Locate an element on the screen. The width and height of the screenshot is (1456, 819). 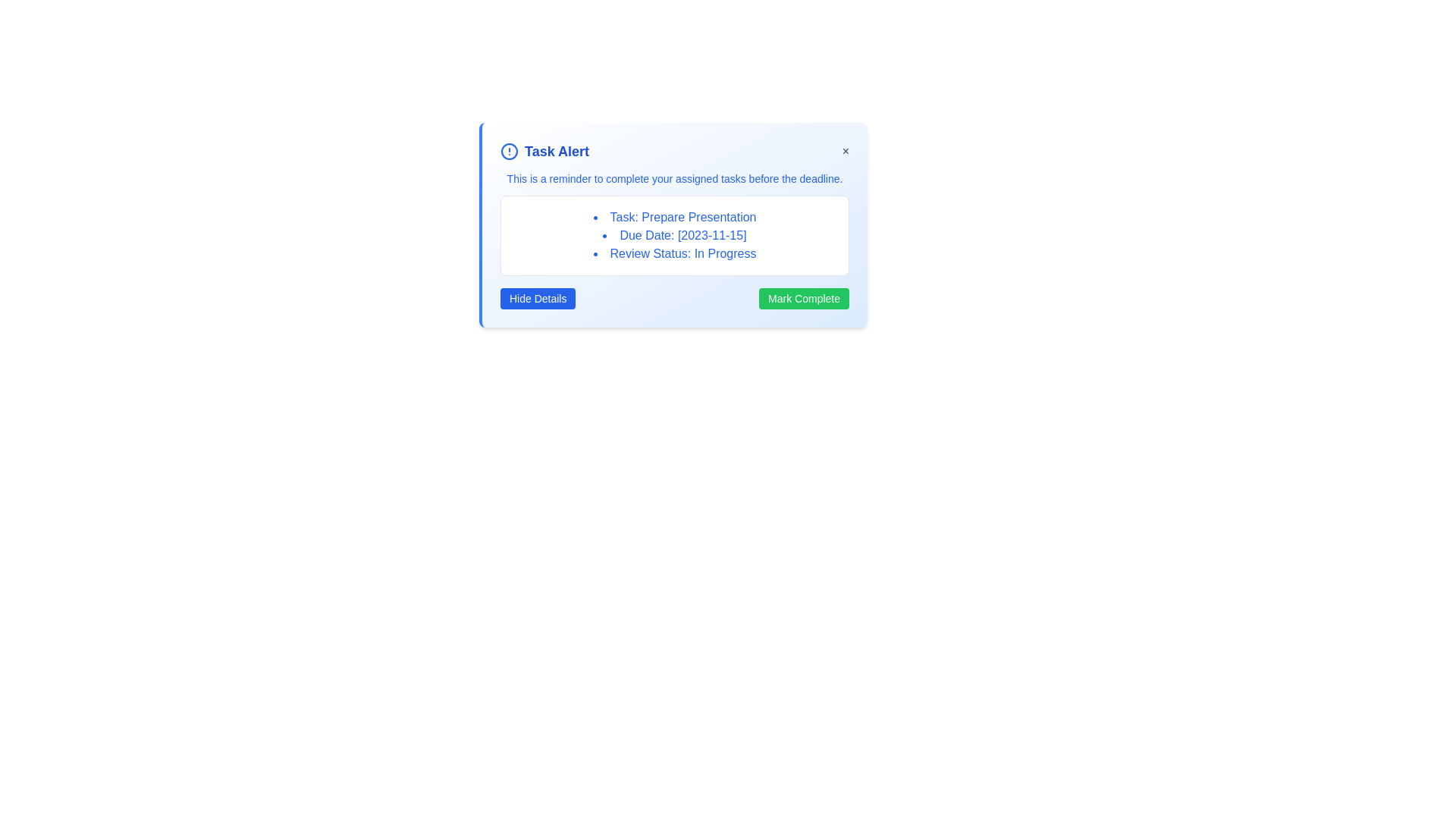
the '×' button to dismiss the alert is located at coordinates (844, 152).